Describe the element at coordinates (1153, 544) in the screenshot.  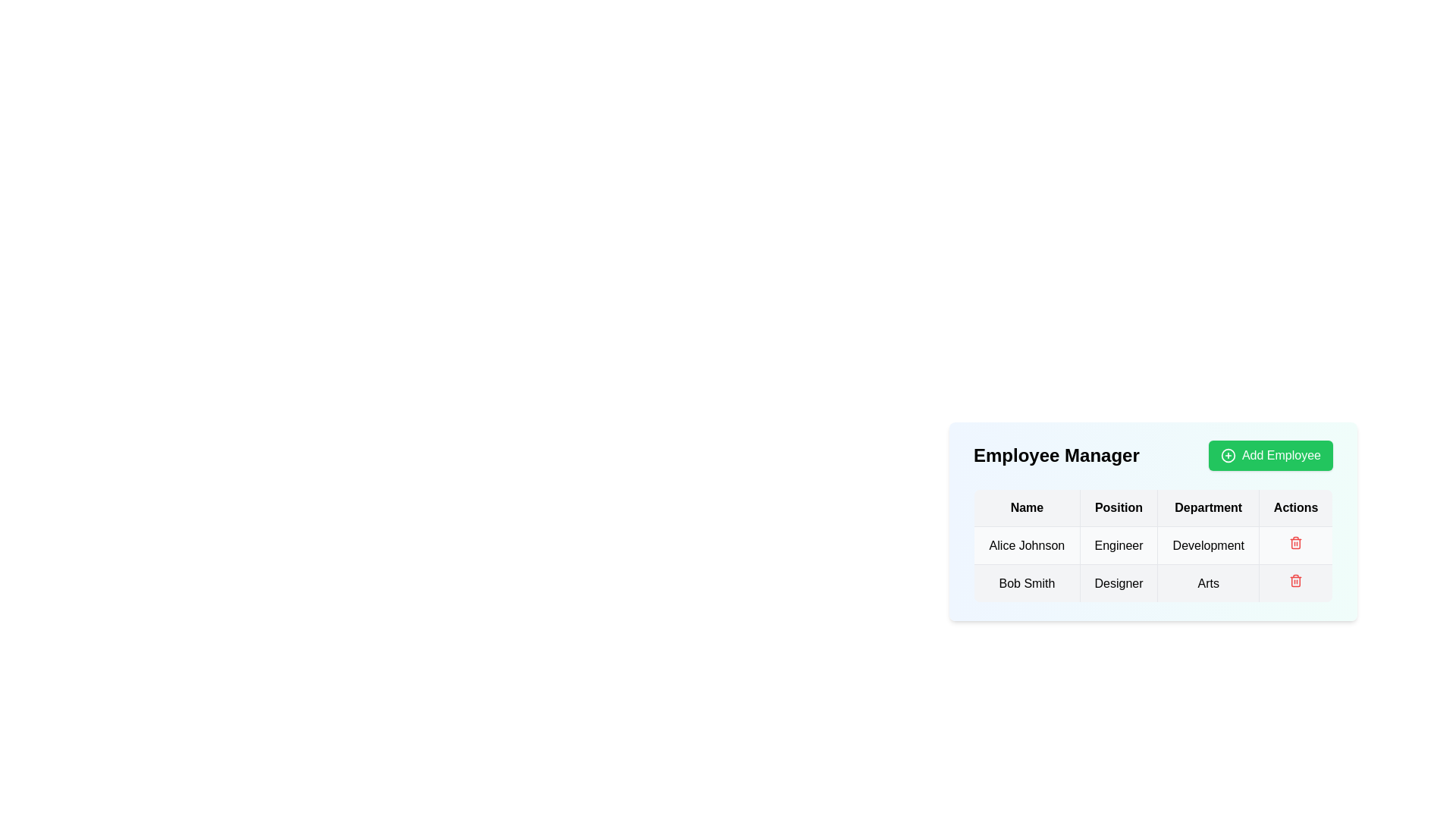
I see `the first row of the table displaying 'Alice Johnson', 'Engineer', and 'Development', which includes a red trash bin icon` at that location.